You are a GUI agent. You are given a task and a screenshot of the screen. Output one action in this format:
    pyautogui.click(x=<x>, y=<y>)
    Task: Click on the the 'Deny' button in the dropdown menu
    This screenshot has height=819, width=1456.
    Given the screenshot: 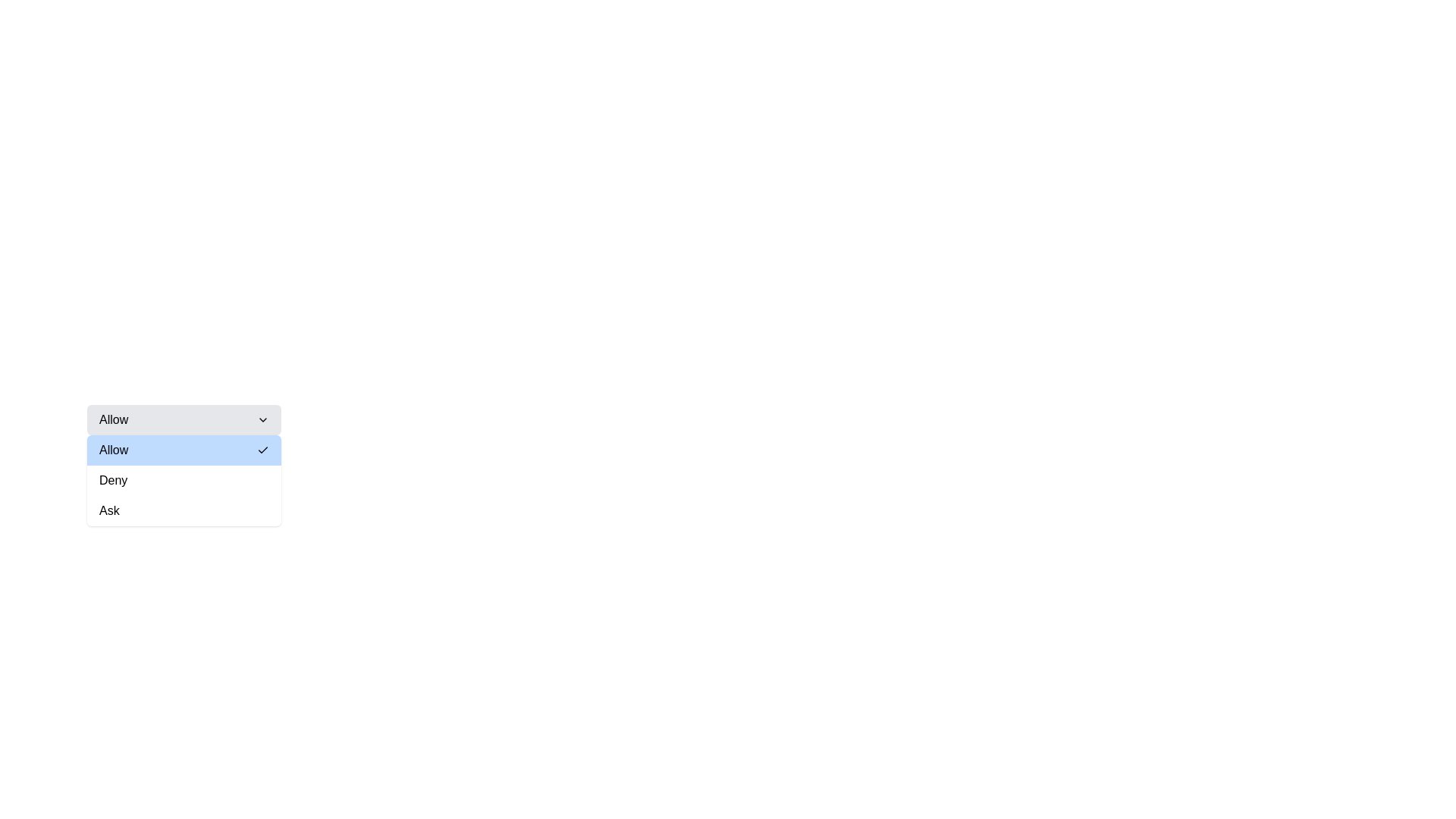 What is the action you would take?
    pyautogui.click(x=184, y=480)
    